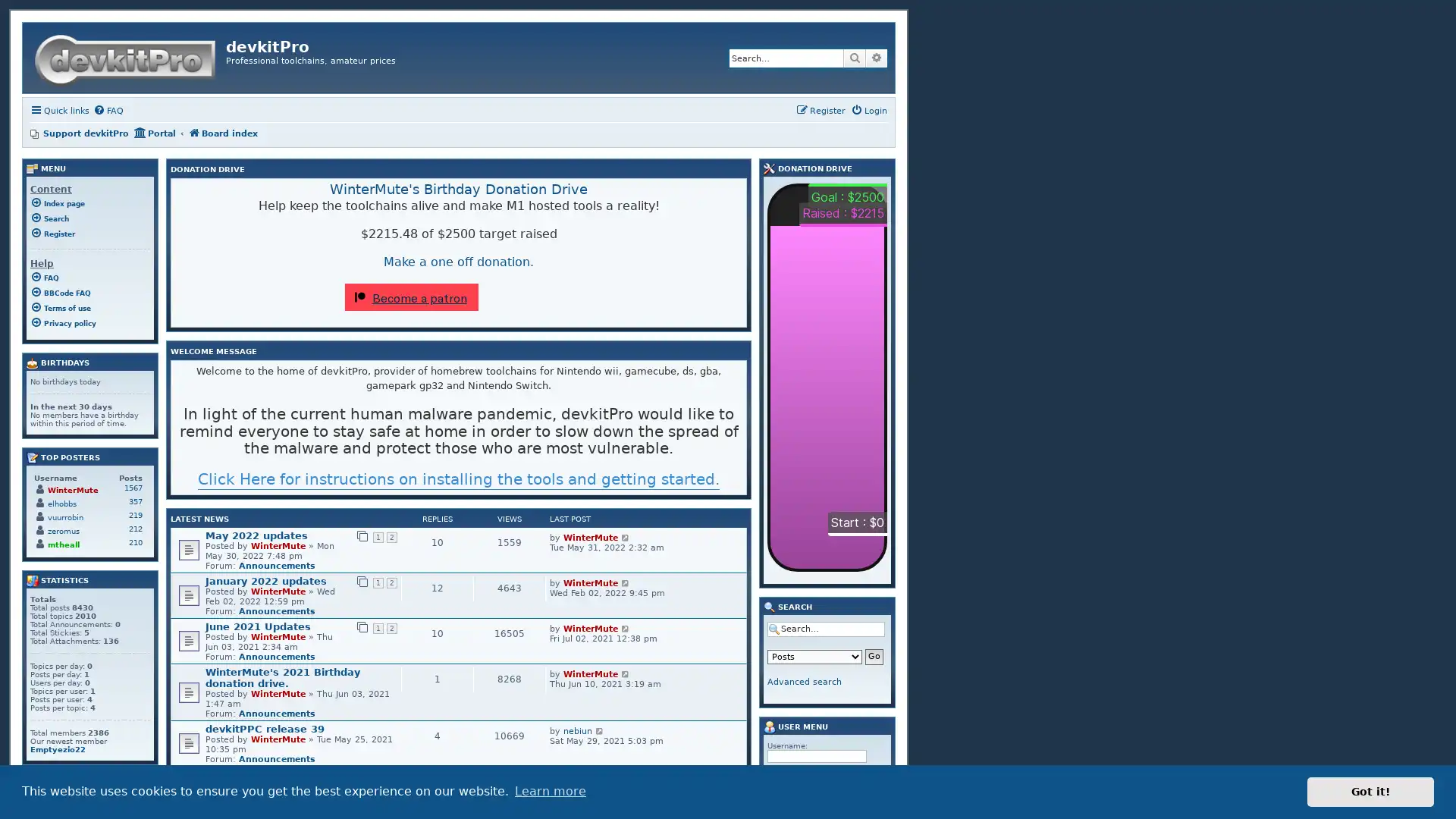  What do you see at coordinates (1370, 791) in the screenshot?
I see `dismiss cookie message` at bounding box center [1370, 791].